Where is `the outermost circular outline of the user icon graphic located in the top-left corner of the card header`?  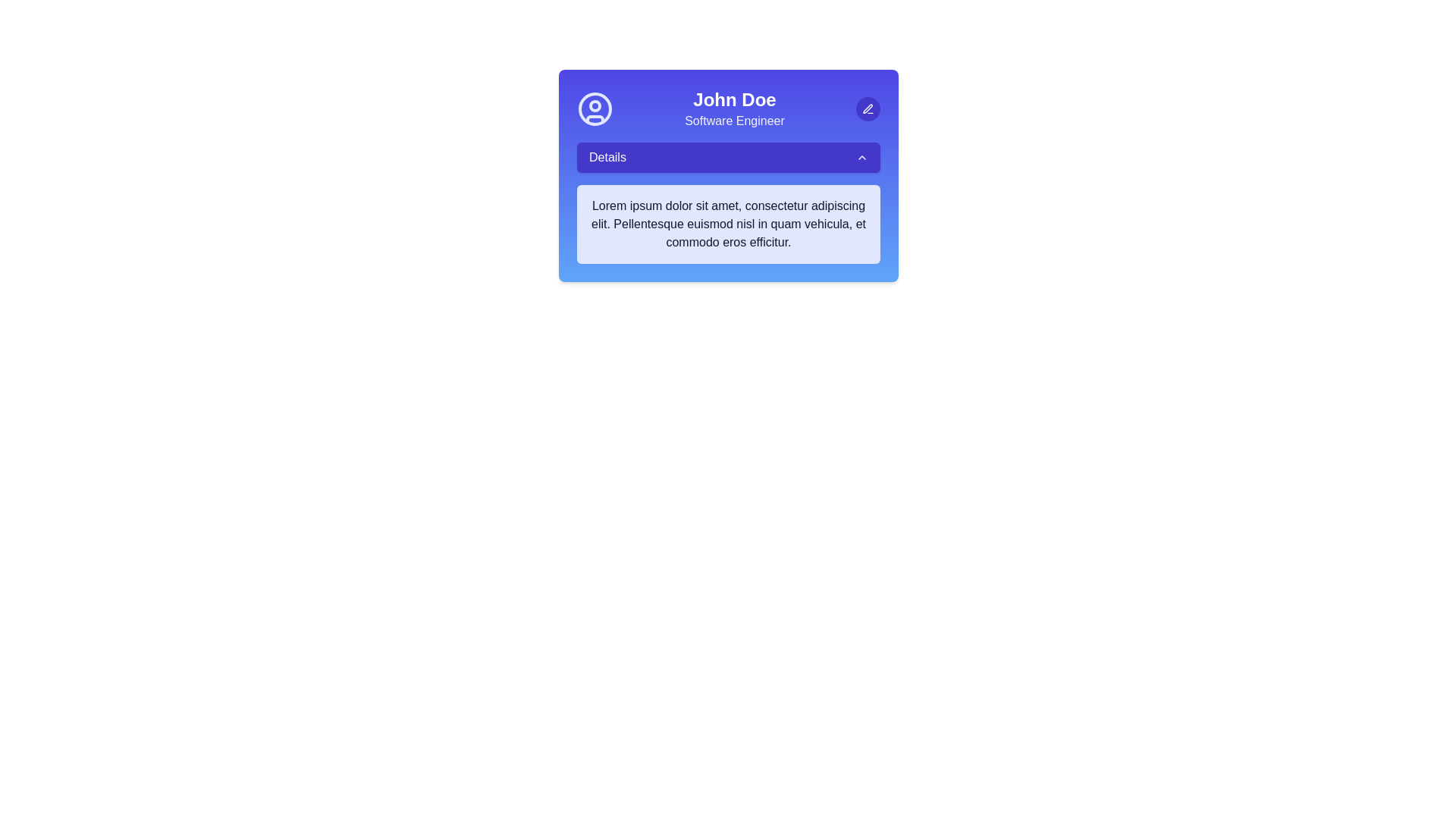 the outermost circular outline of the user icon graphic located in the top-left corner of the card header is located at coordinates (595, 108).